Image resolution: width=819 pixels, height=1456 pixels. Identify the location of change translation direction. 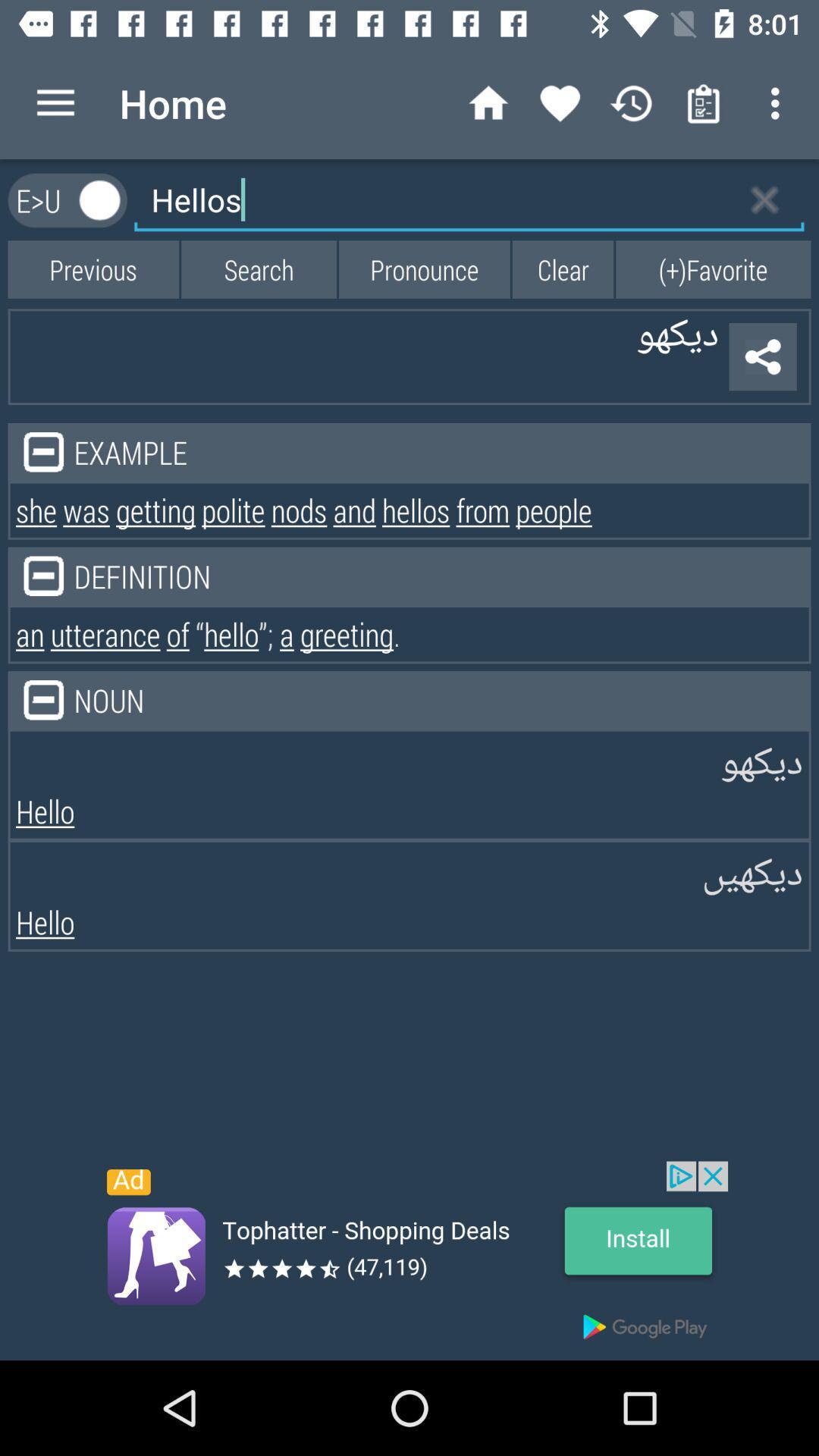
(100, 199).